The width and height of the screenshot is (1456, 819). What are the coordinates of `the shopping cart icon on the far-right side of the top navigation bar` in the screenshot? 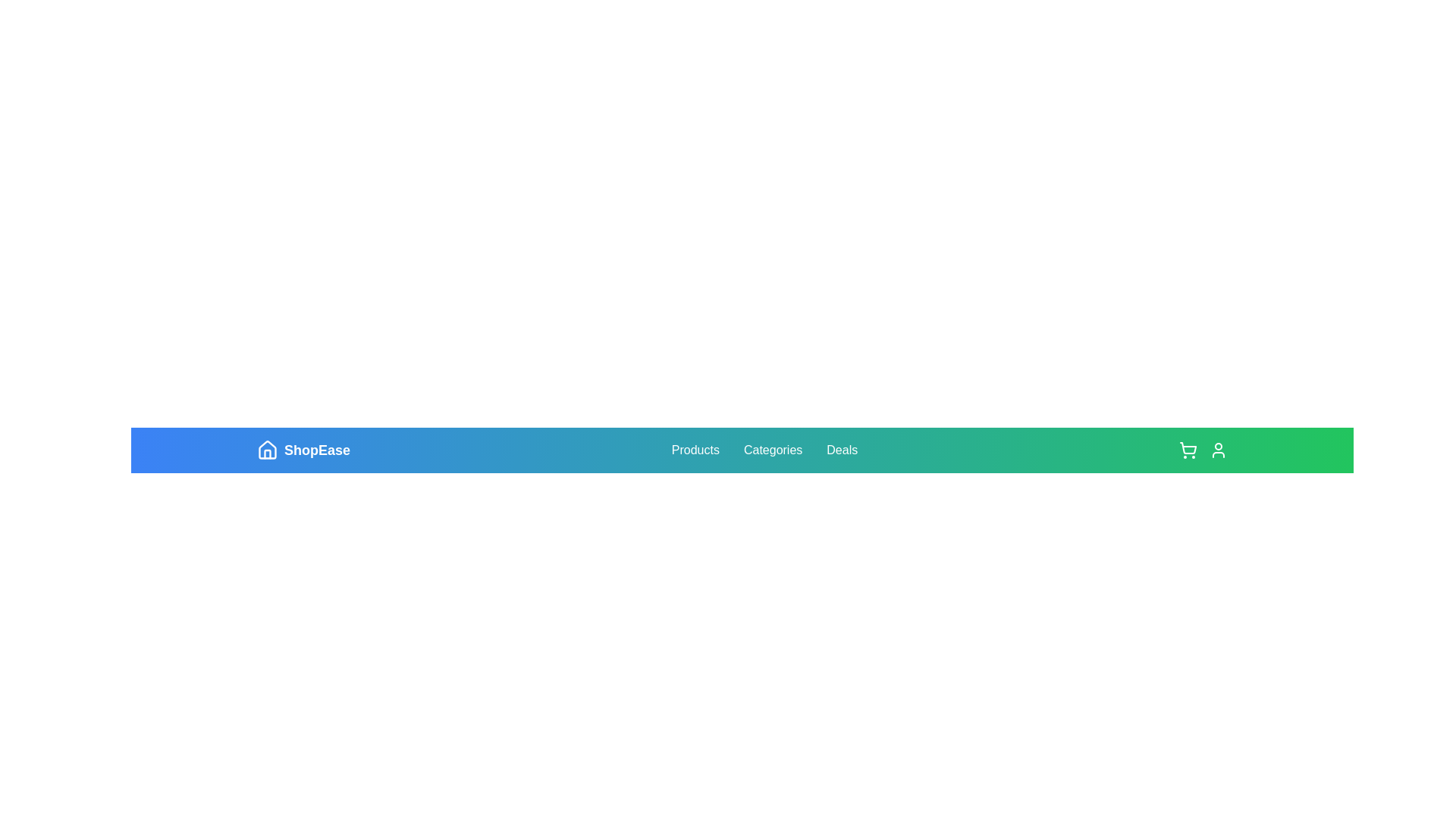 It's located at (1187, 450).